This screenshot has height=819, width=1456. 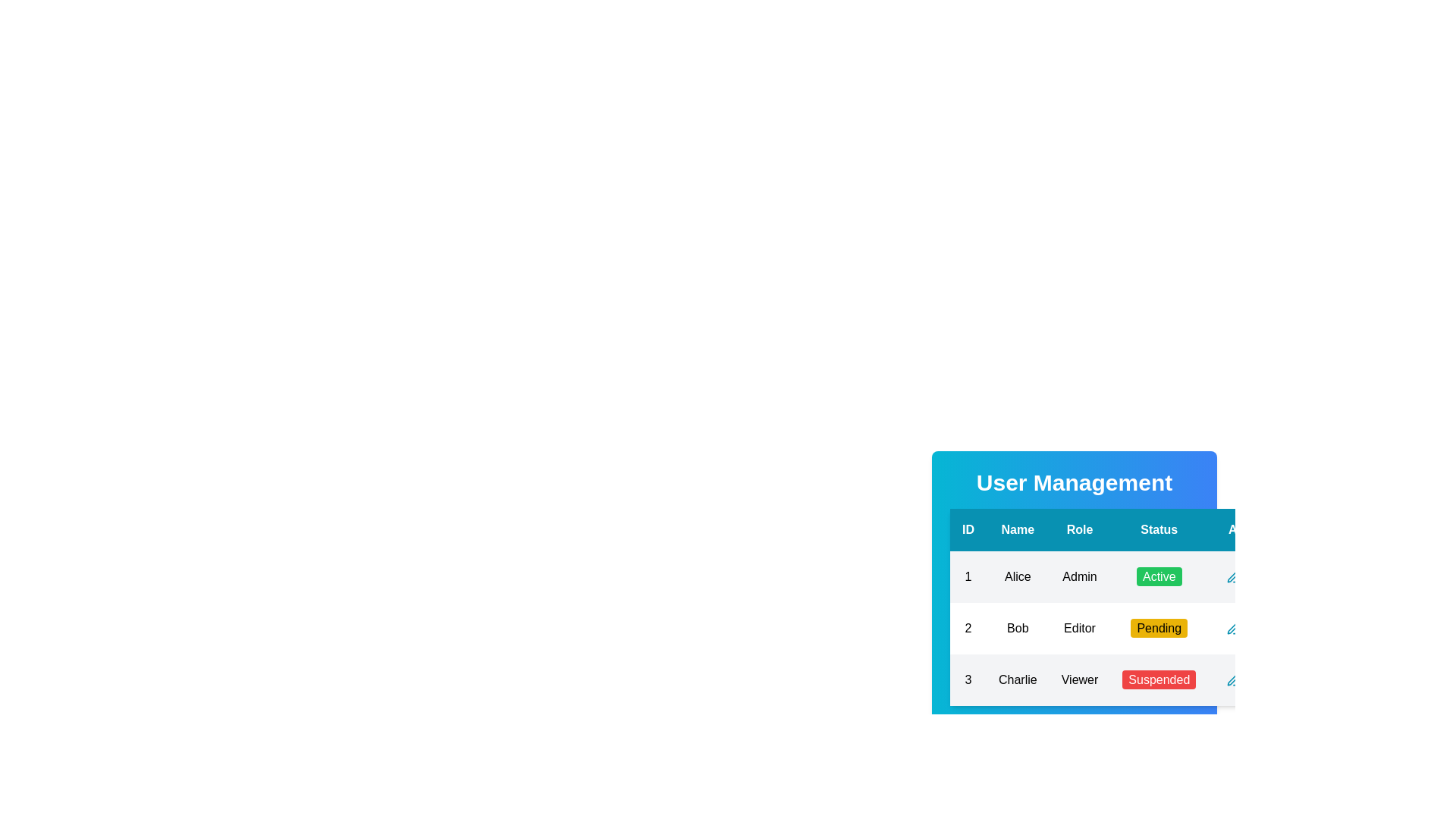 What do you see at coordinates (1079, 576) in the screenshot?
I see `text label indicating the role of the user 'Alice', which is 'Admin', located in the third column of the first row under the 'Role' header` at bounding box center [1079, 576].